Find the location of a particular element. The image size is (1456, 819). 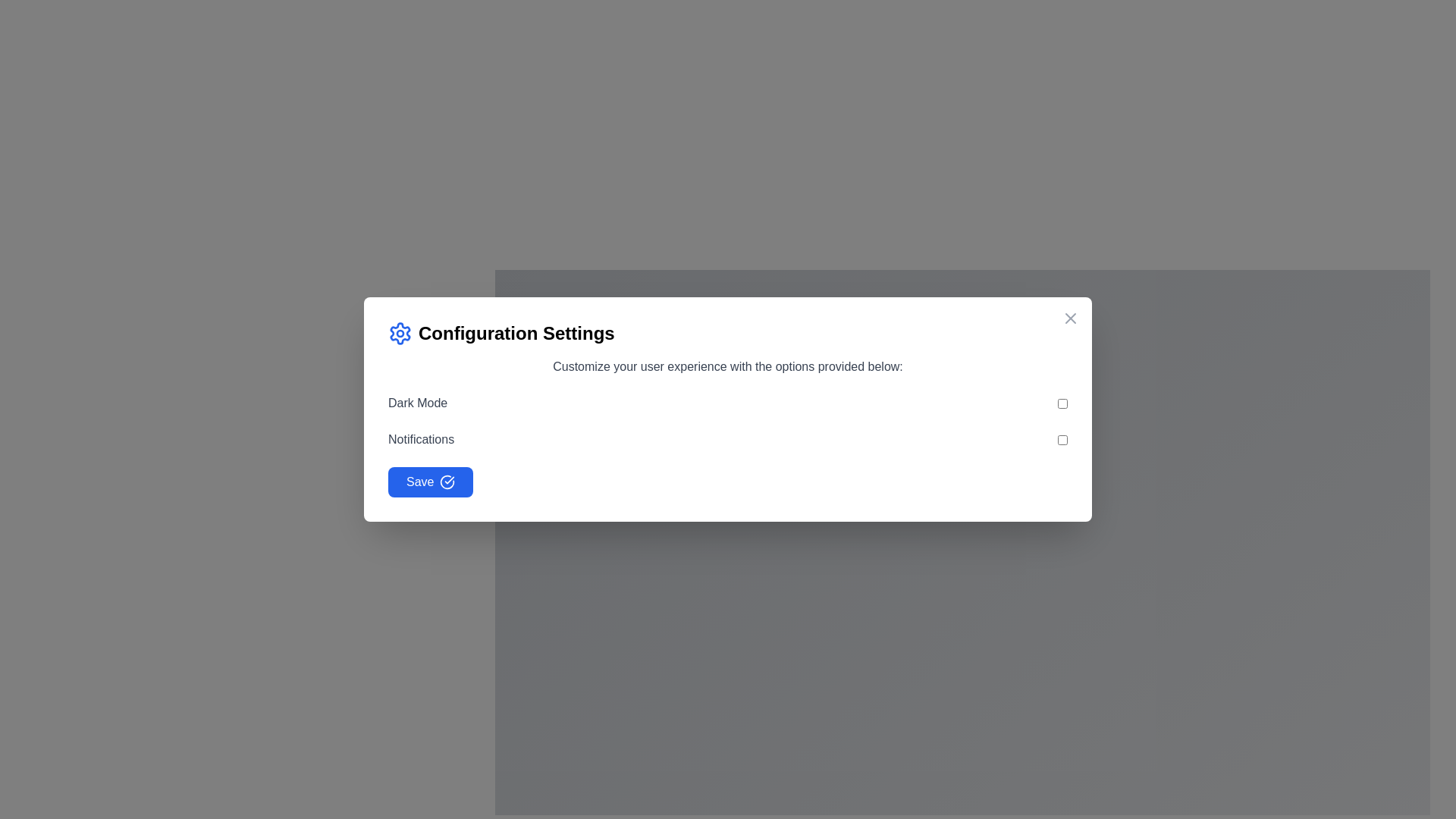

the toggle button styled as a checkbox located to the right of the text 'Notifications' is located at coordinates (1062, 439).